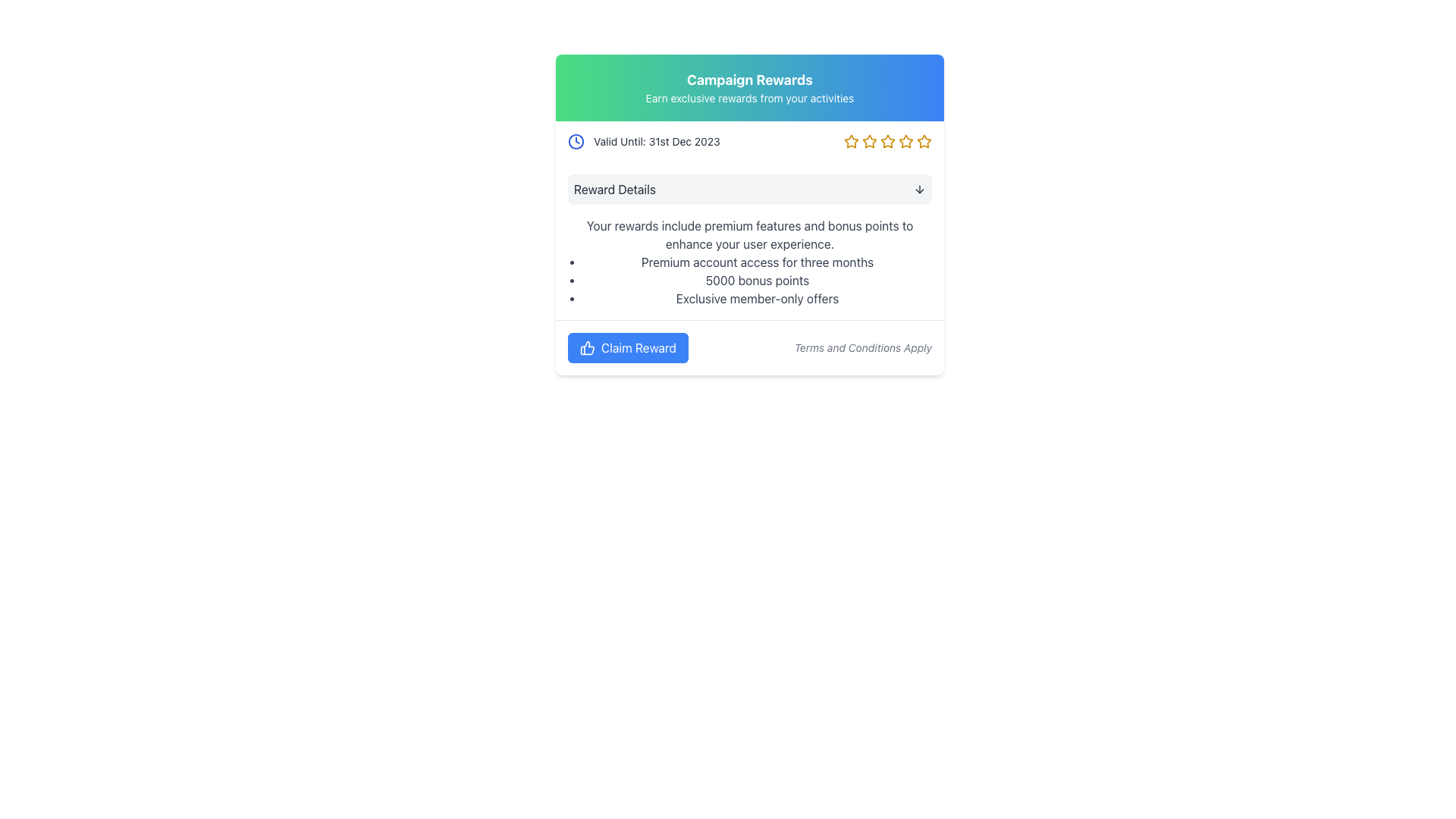 This screenshot has height=819, width=1456. I want to click on the Text Content Area that displays the user's rewards and benefits, including 'Premium account access for three months,' '5000 bonus points,' and 'Exclusive member-only offers.', so click(749, 262).